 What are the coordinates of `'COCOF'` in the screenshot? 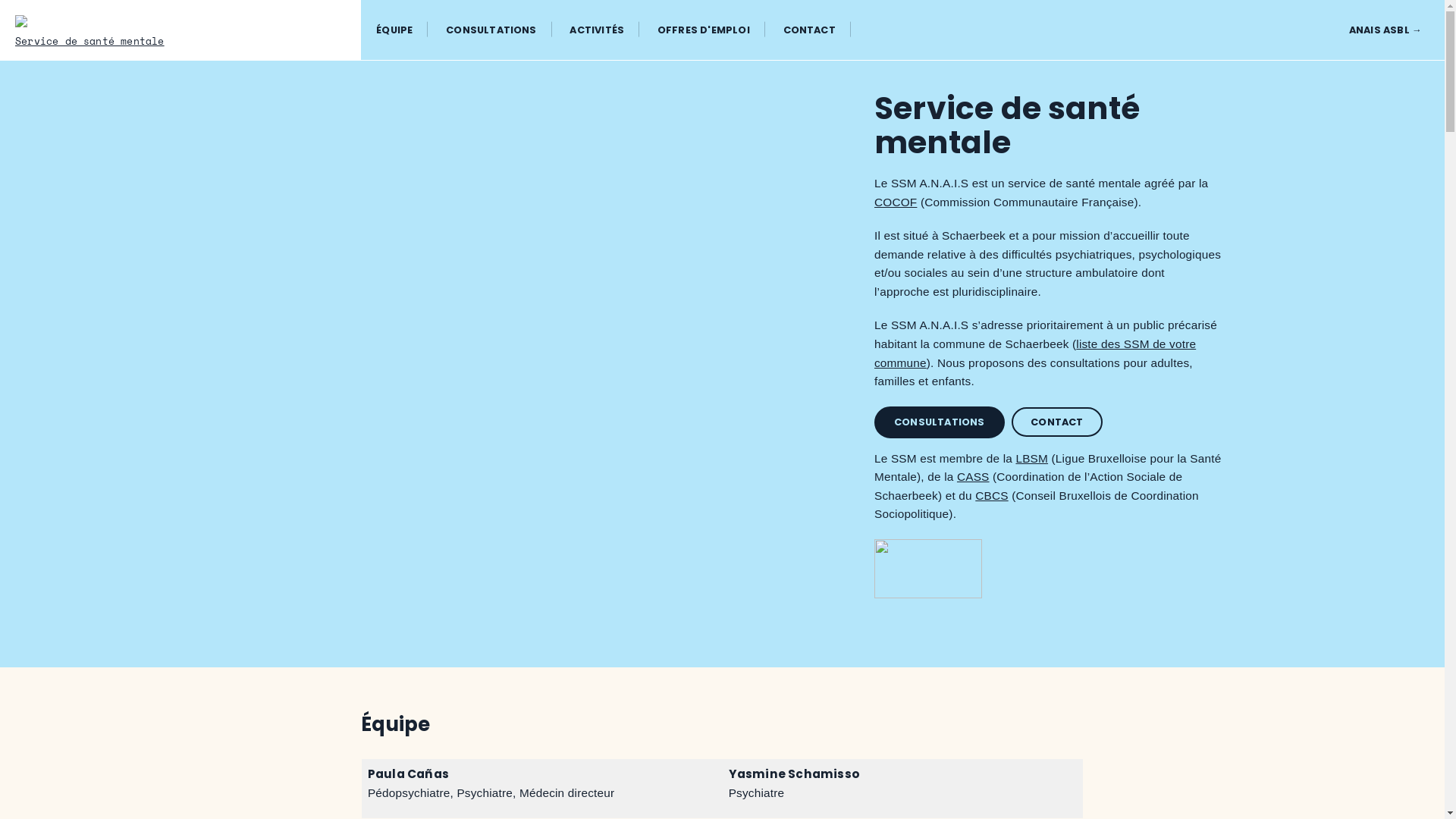 It's located at (895, 201).